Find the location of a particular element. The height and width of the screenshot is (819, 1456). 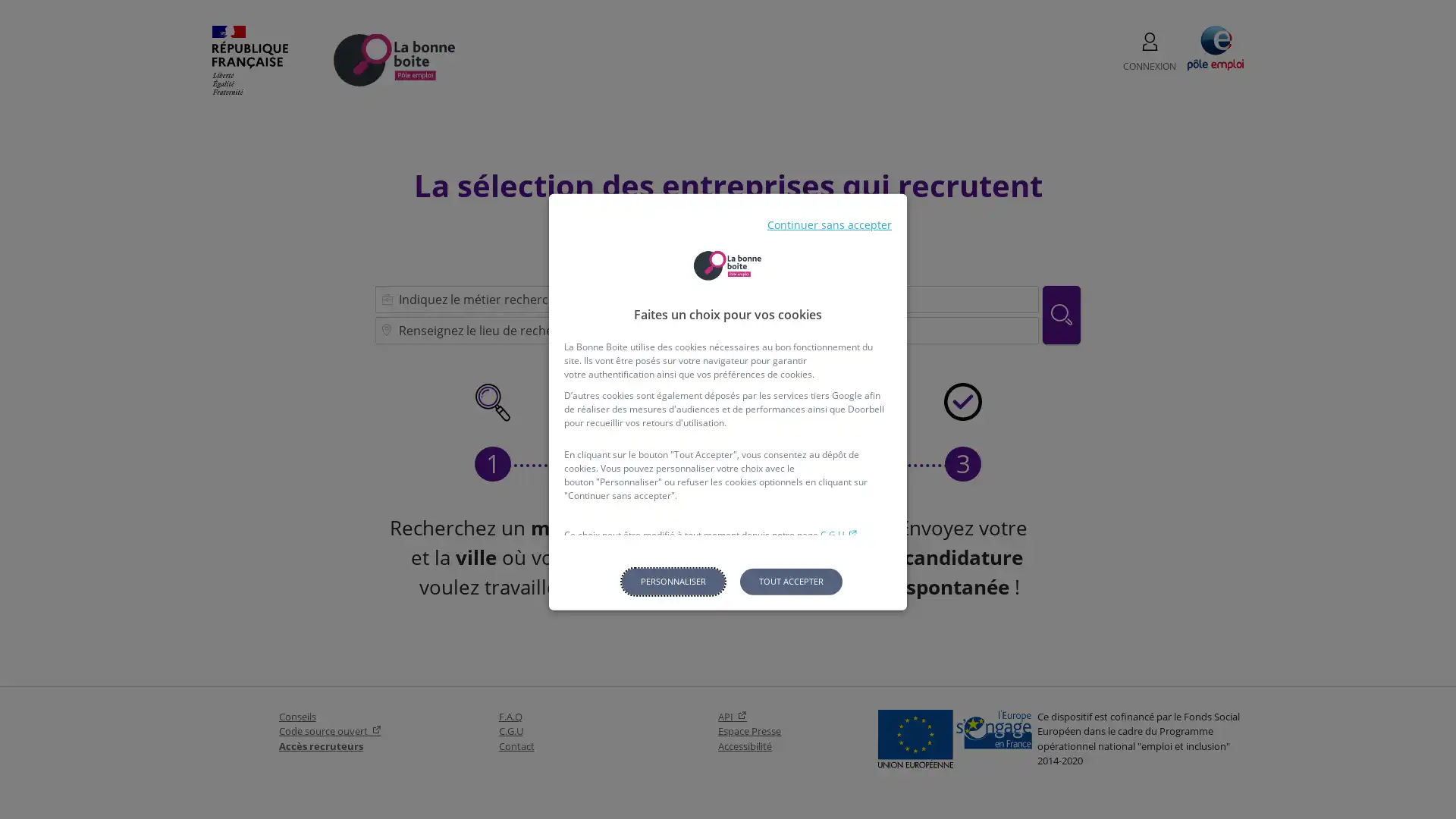

CONNEXION is located at coordinates (1150, 51).